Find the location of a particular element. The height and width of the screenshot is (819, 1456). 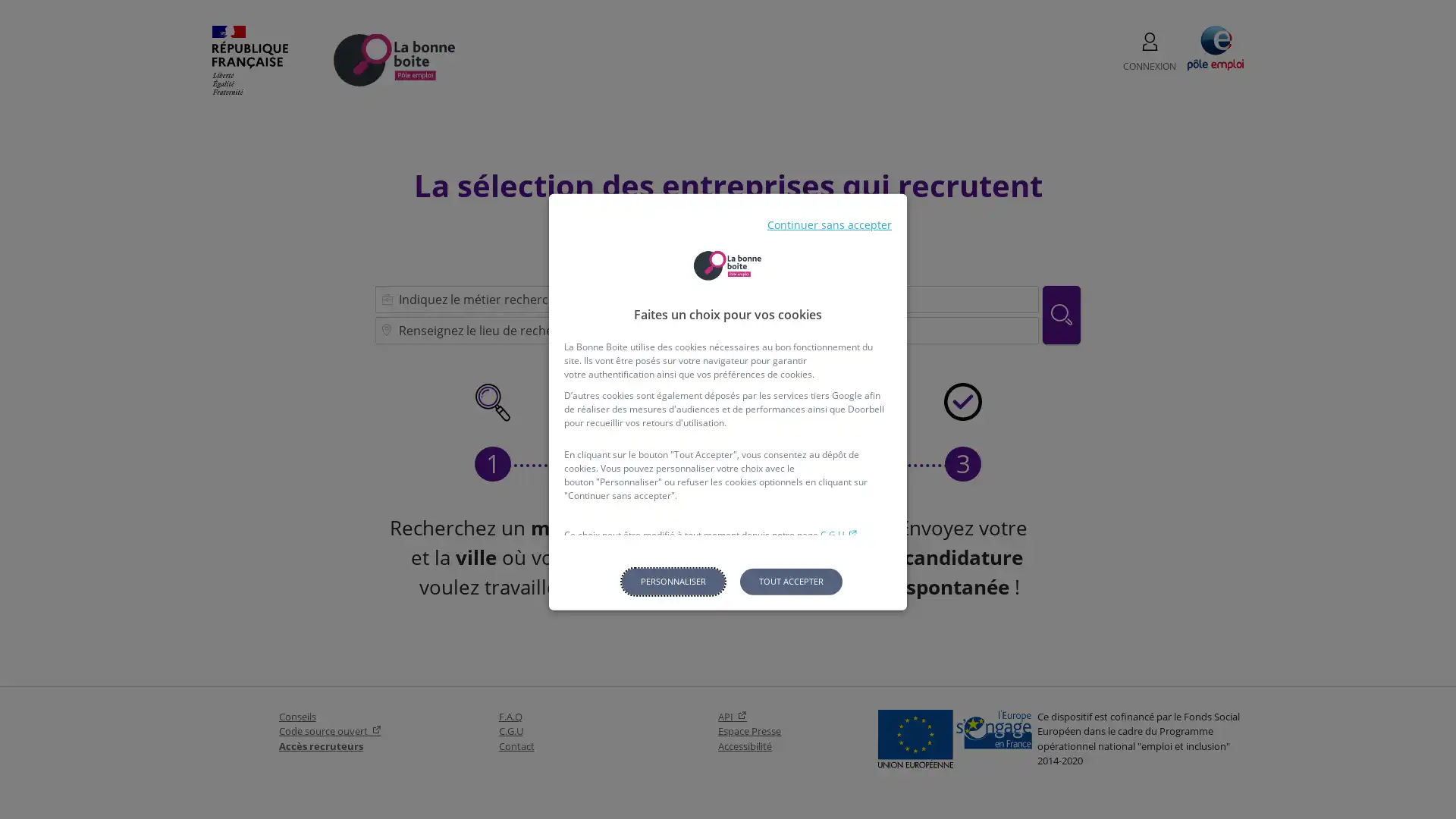

CONNEXION is located at coordinates (1150, 51).